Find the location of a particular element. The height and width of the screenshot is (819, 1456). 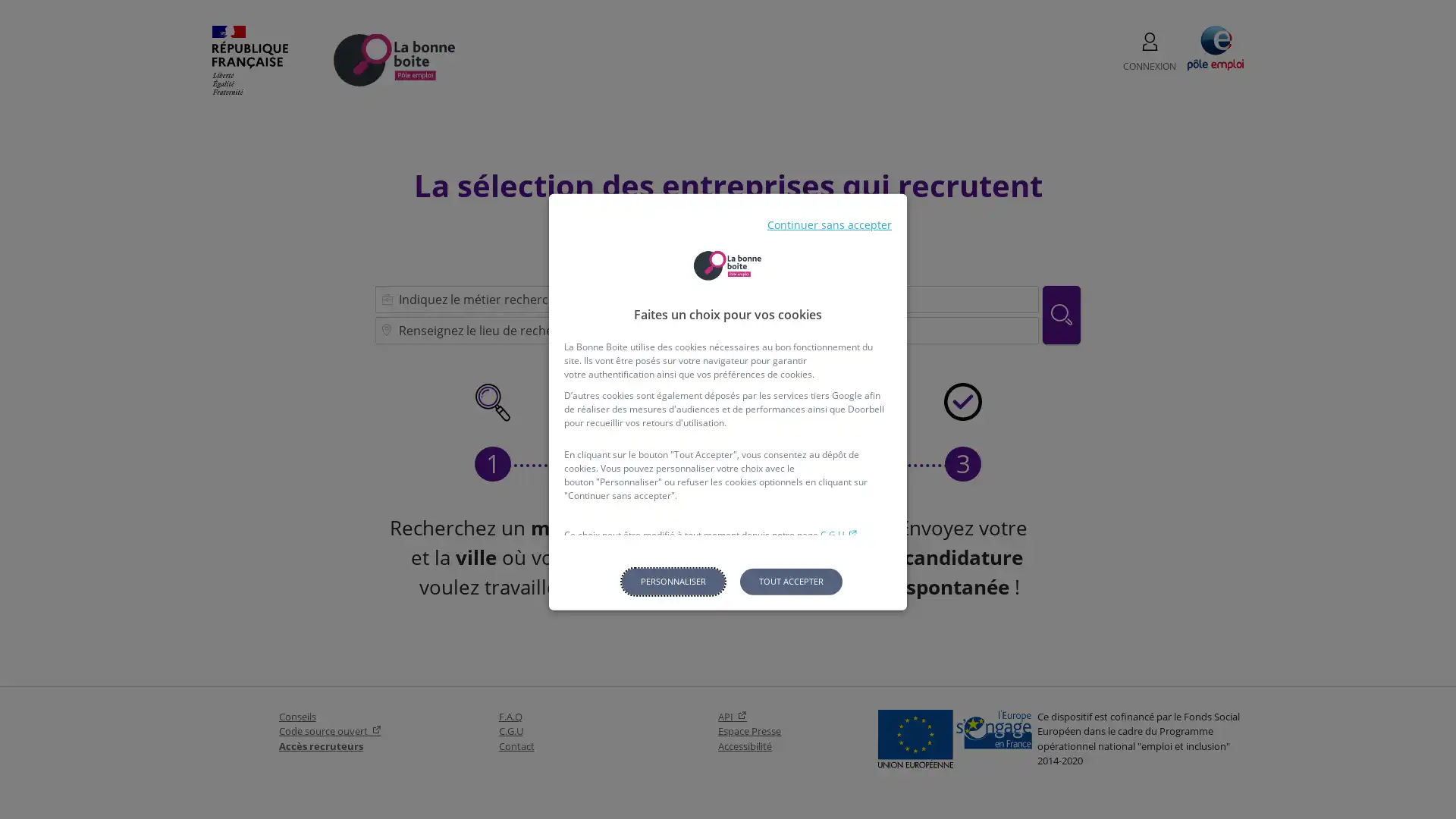

CONNEXION is located at coordinates (1150, 51).